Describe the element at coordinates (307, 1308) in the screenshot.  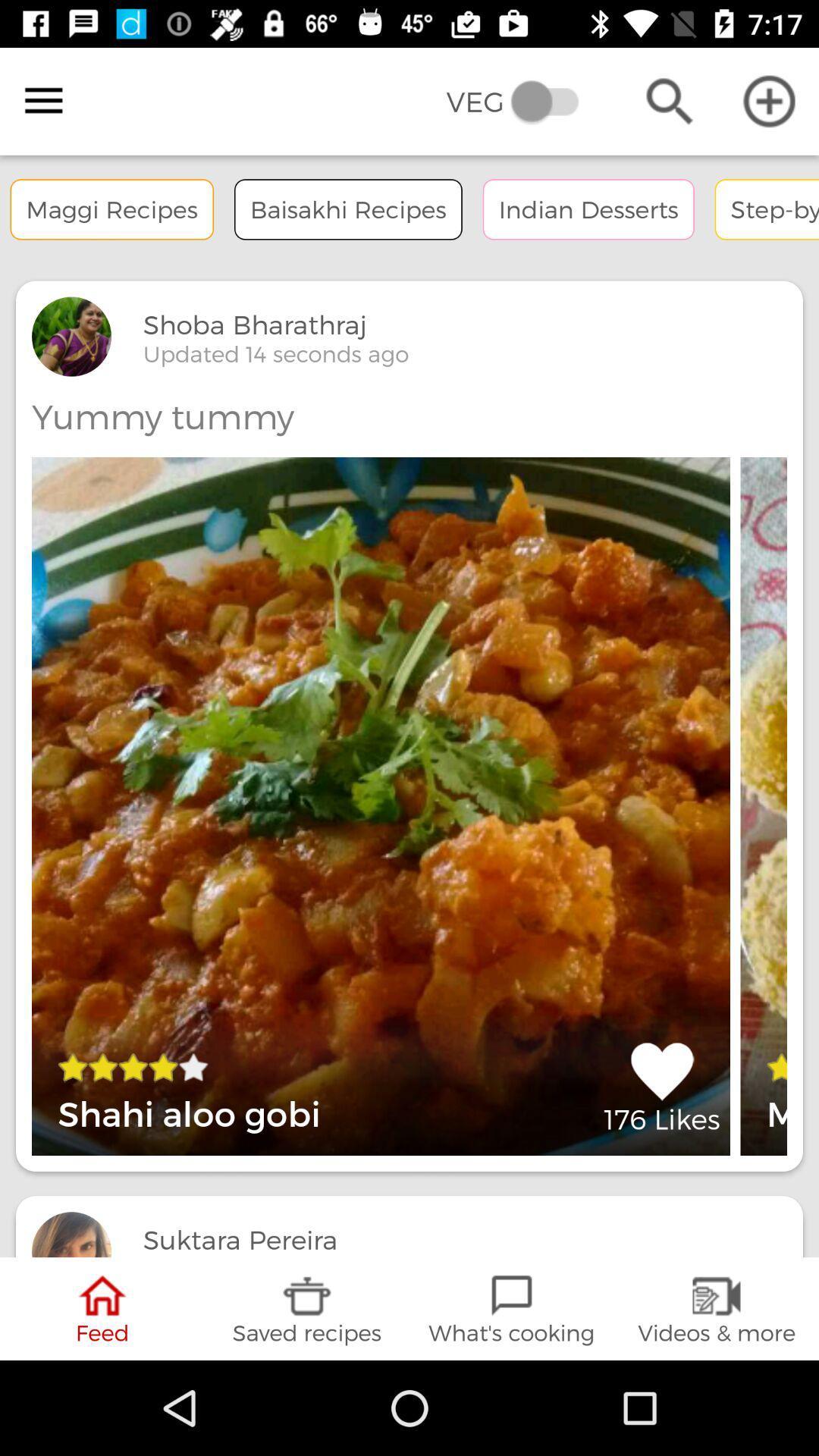
I see `the item below updated 15 seconds icon` at that location.